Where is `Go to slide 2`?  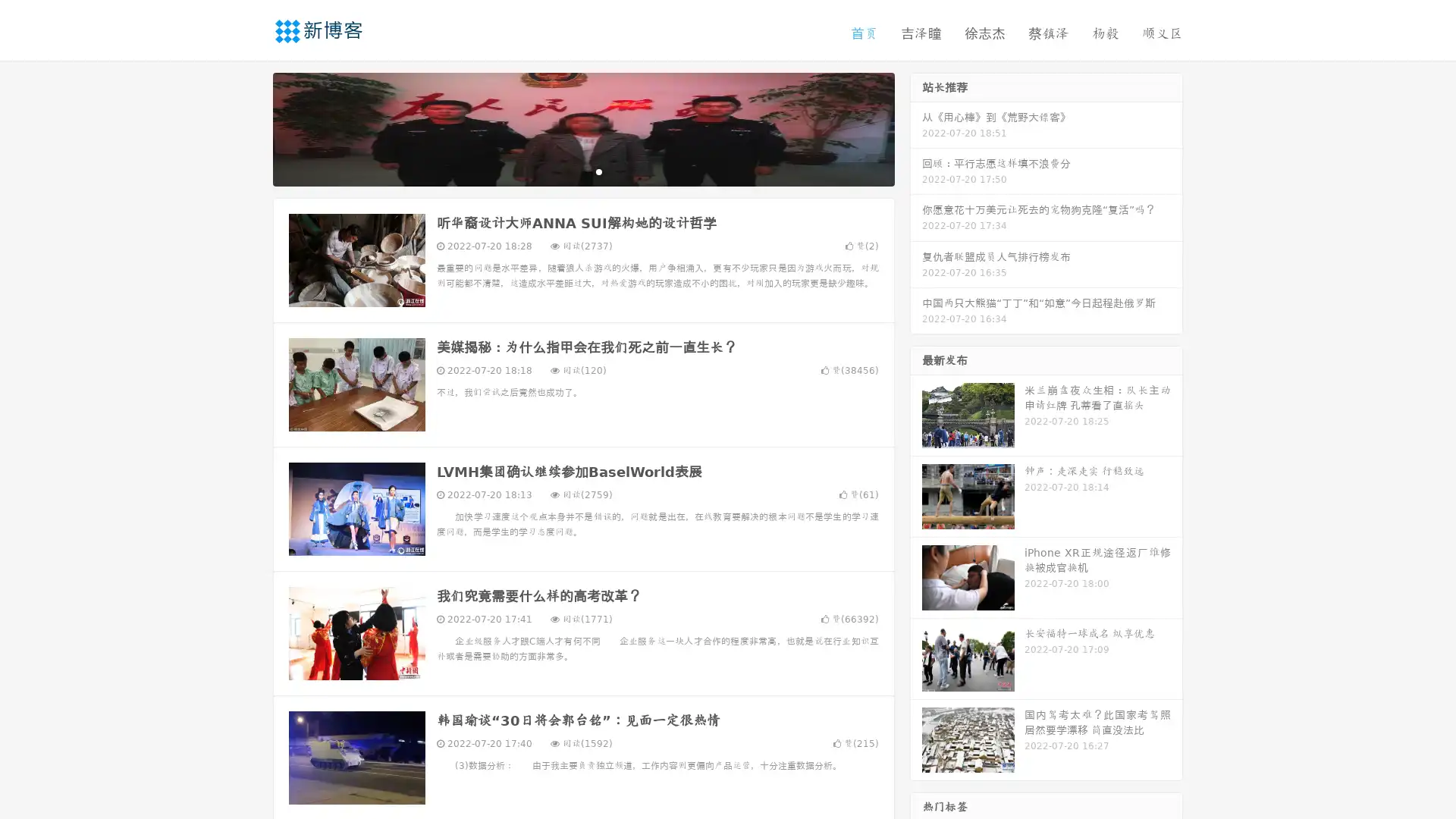 Go to slide 2 is located at coordinates (582, 171).